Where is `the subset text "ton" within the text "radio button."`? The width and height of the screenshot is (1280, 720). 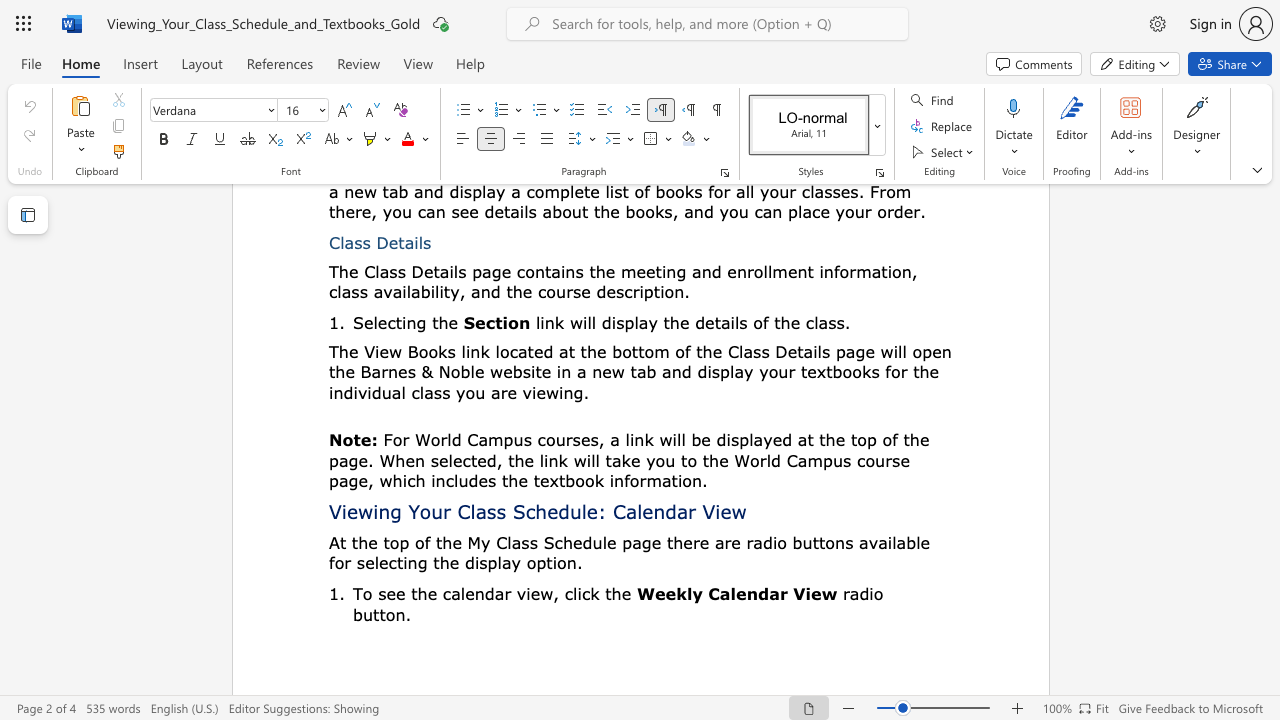 the subset text "ton" within the text "radio button." is located at coordinates (379, 613).